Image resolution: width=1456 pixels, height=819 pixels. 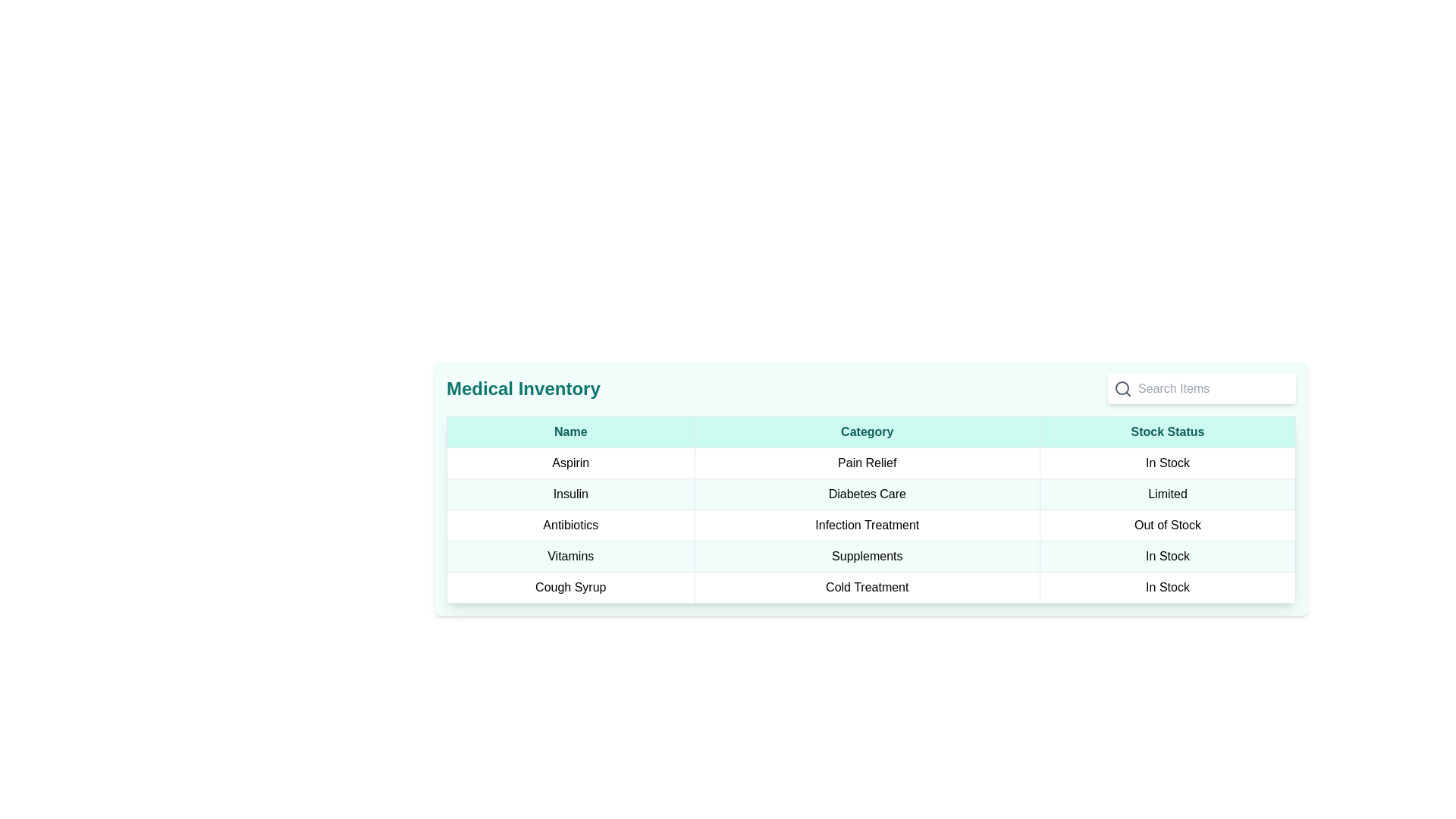 What do you see at coordinates (871, 556) in the screenshot?
I see `the fifth row in the table displaying 'Vitamins', 'Supplements', and 'In Stock', which is located between 'Antibiotics' and 'Cough Syrup'` at bounding box center [871, 556].